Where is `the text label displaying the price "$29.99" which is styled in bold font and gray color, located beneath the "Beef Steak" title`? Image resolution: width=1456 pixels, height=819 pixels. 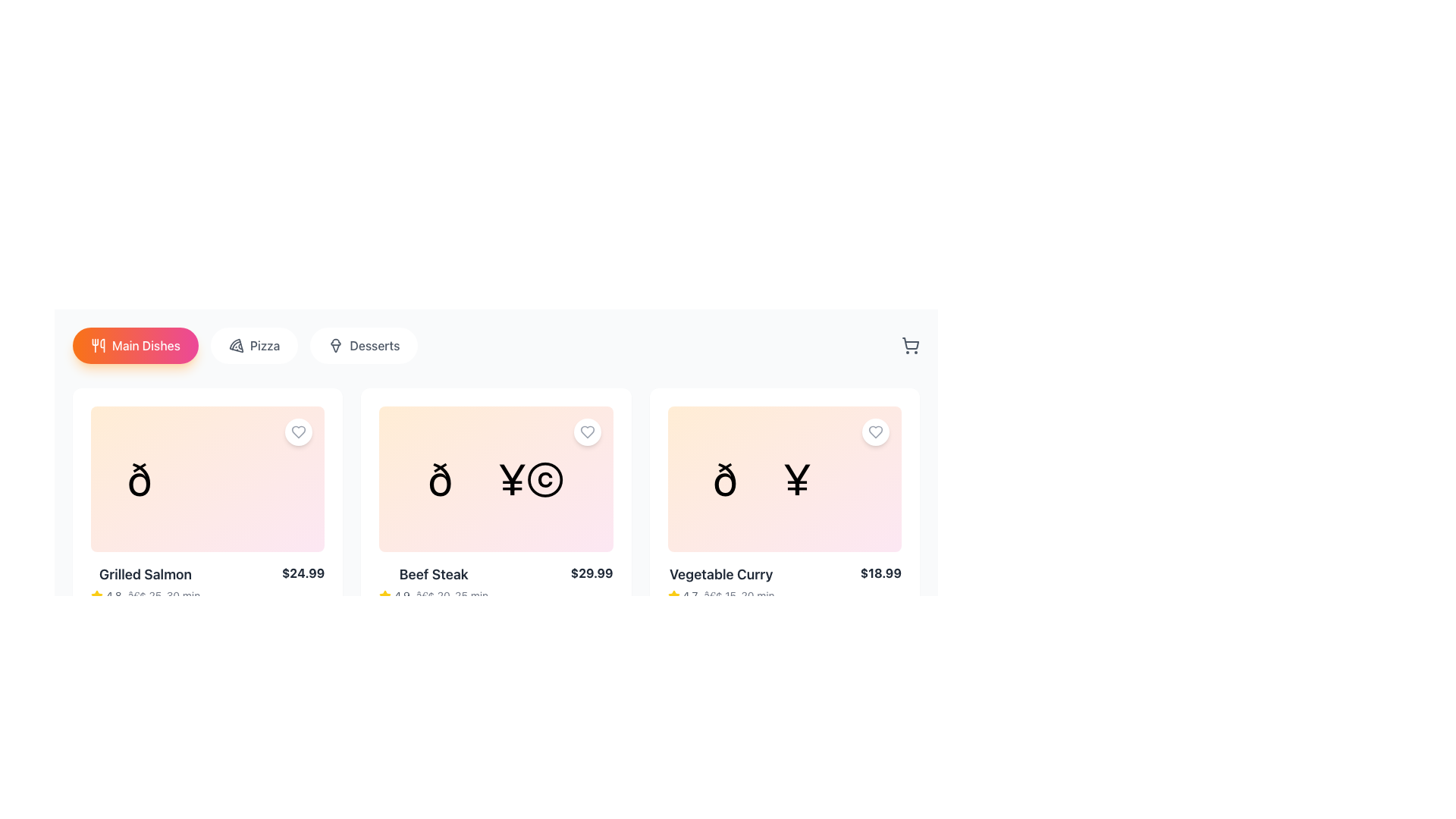
the text label displaying the price "$29.99" which is styled in bold font and gray color, located beneath the "Beef Steak" title is located at coordinates (591, 573).